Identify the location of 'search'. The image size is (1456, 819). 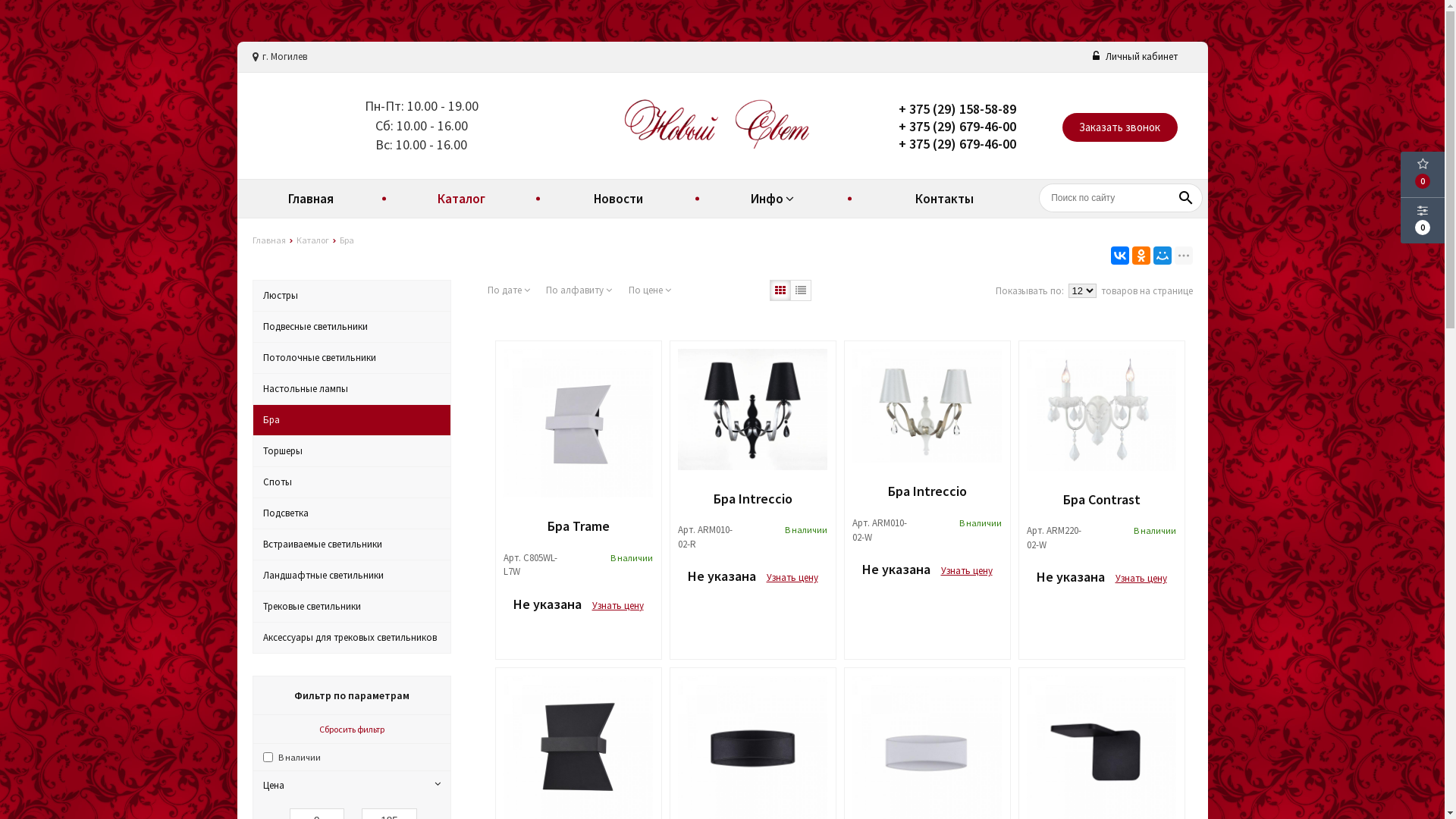
(1185, 197).